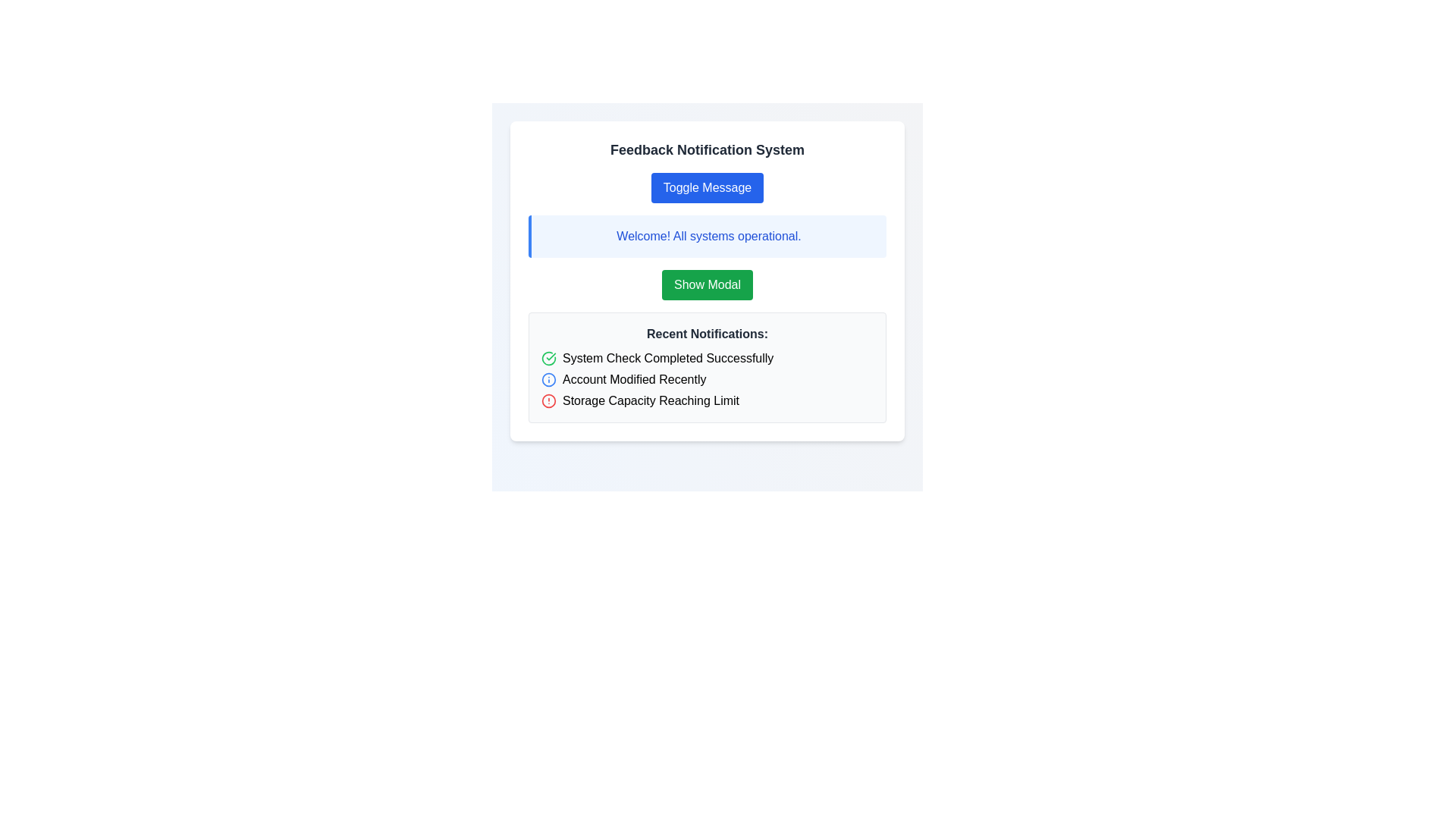  Describe the element at coordinates (706, 359) in the screenshot. I see `the information provided by the Notification item indicating that the system check has been successfully completed, which is the first item in the vertical notification list under 'Recent Notifications:'` at that location.